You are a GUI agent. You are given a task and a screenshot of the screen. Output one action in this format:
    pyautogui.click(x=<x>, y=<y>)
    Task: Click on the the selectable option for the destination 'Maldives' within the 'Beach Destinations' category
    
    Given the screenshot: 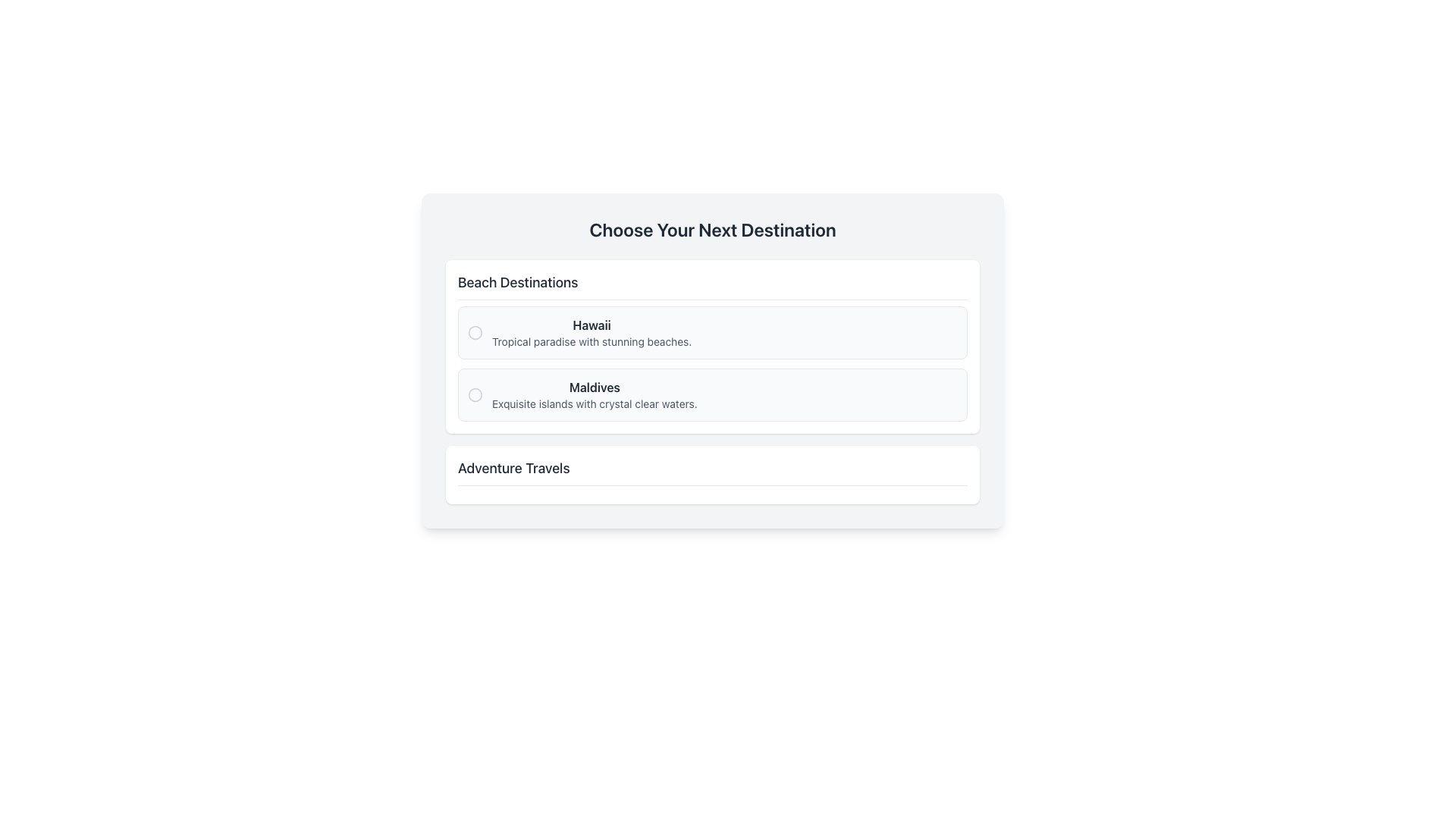 What is the action you would take?
    pyautogui.click(x=594, y=394)
    